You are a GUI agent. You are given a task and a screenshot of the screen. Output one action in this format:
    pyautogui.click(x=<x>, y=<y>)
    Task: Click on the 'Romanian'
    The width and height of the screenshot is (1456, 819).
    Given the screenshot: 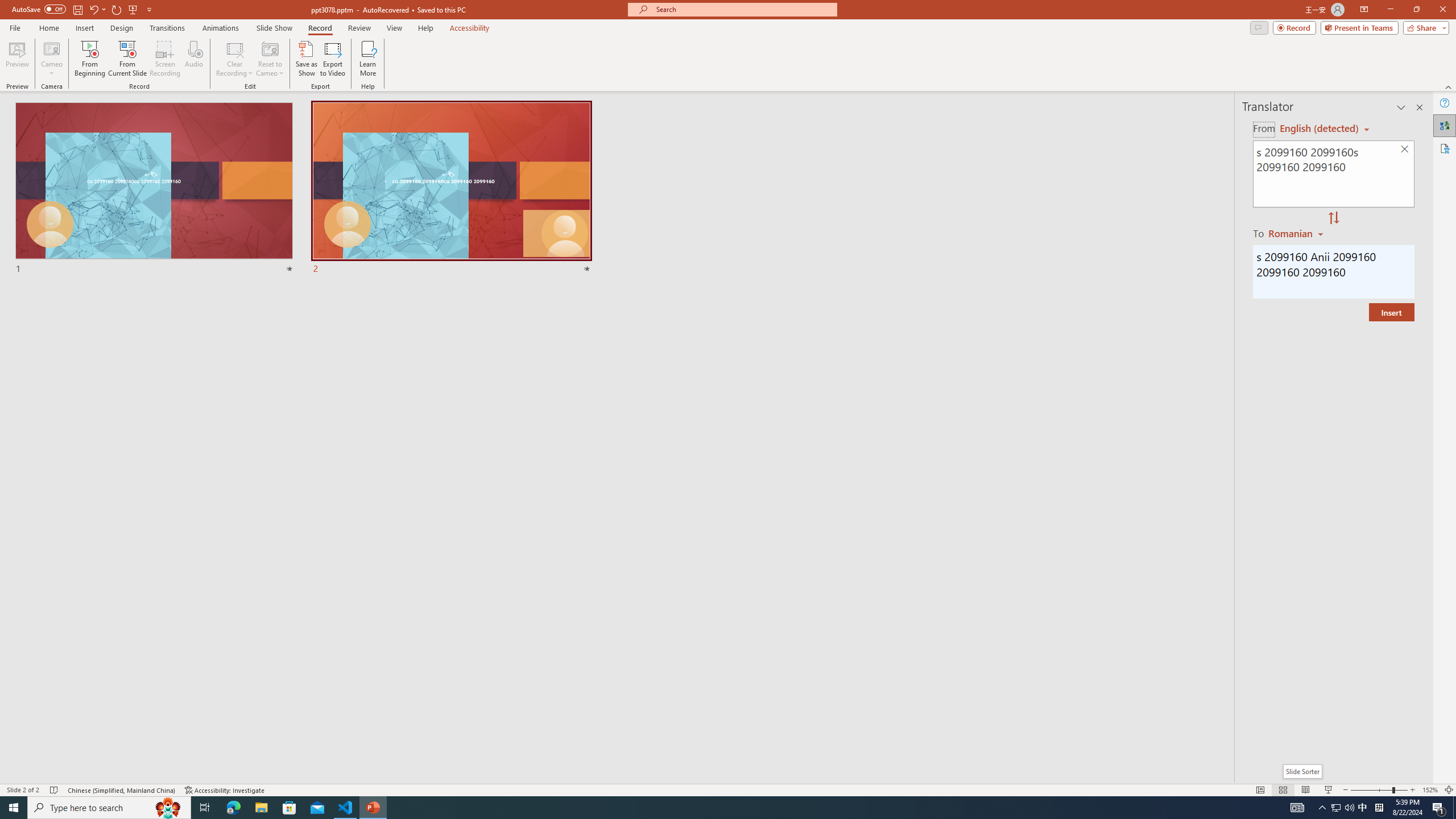 What is the action you would take?
    pyautogui.click(x=1296, y=233)
    